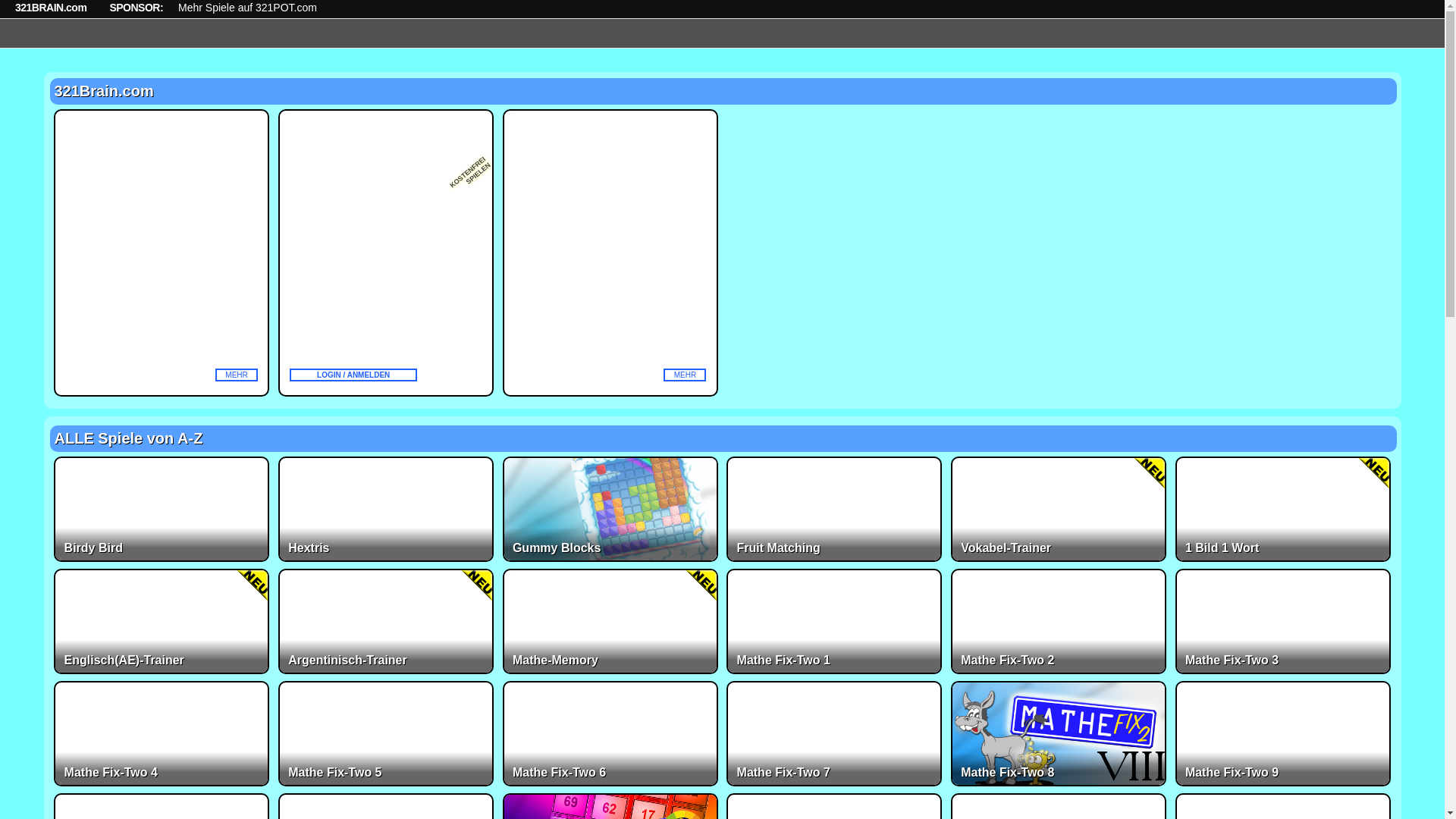  I want to click on 'Hextris', so click(278, 509).